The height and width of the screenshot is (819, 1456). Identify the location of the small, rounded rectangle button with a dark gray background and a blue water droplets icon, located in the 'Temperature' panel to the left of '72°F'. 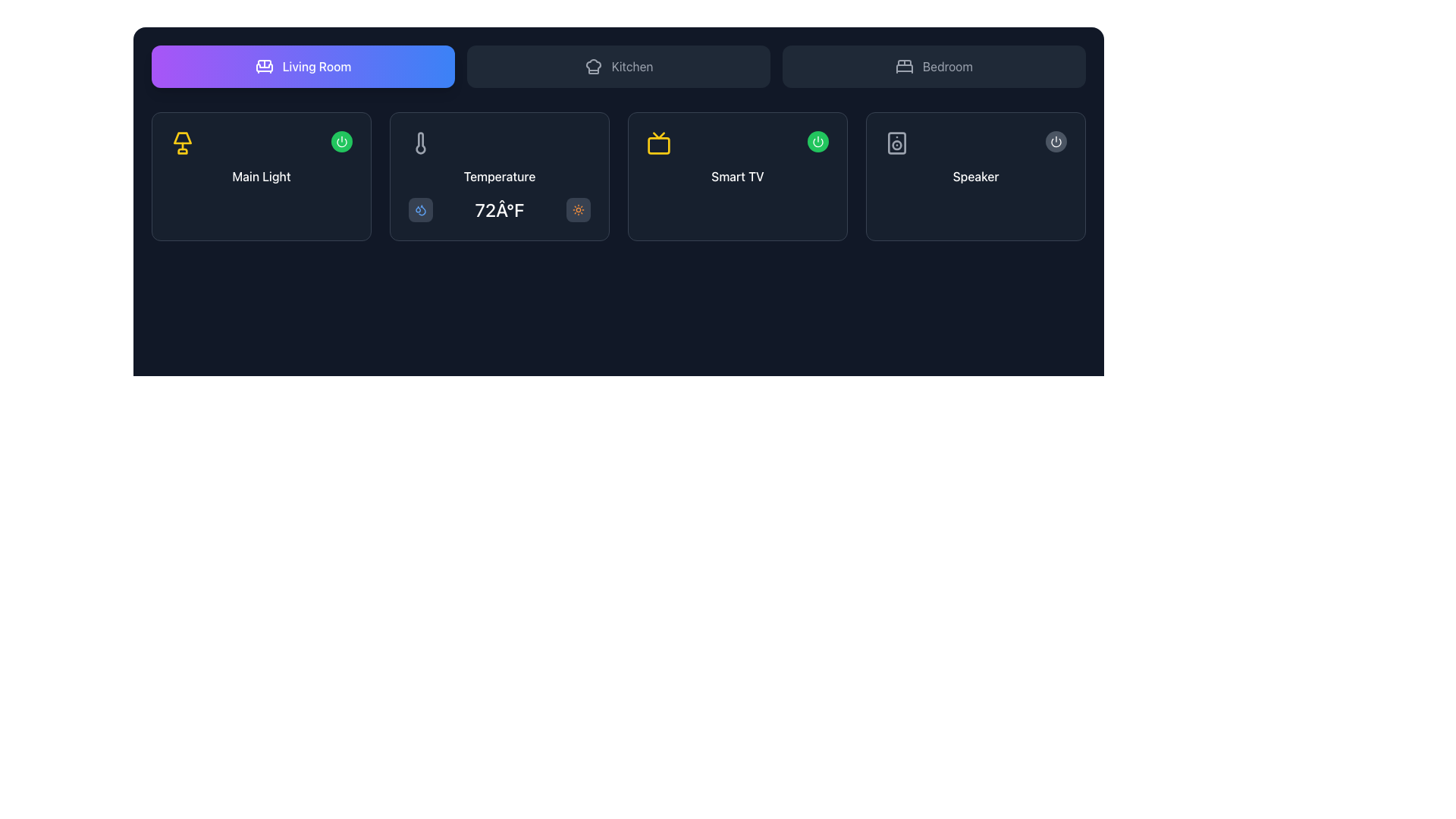
(421, 210).